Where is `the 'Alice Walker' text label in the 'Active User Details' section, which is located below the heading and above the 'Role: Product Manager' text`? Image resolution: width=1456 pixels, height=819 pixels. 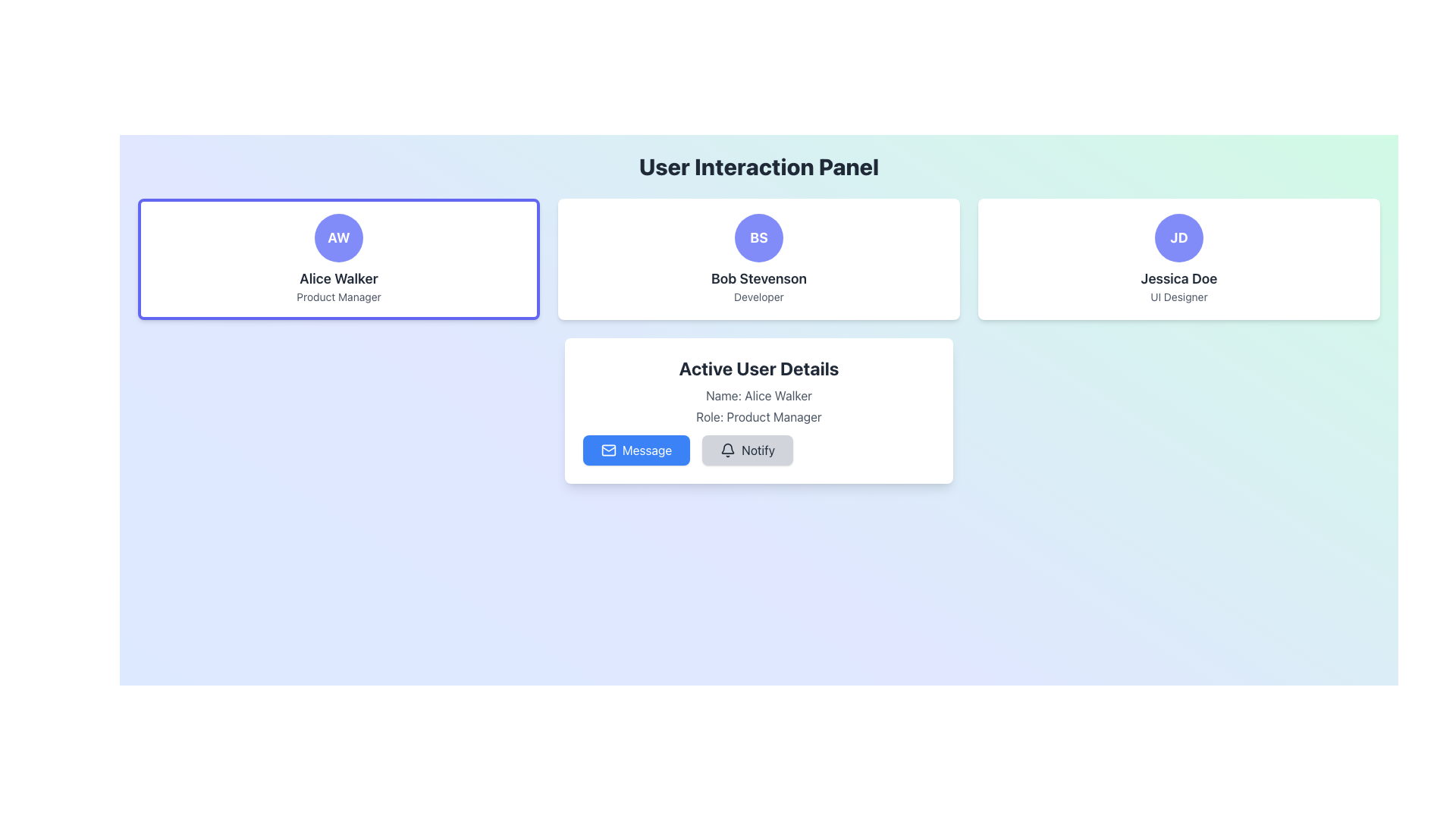 the 'Alice Walker' text label in the 'Active User Details' section, which is located below the heading and above the 'Role: Product Manager' text is located at coordinates (759, 394).